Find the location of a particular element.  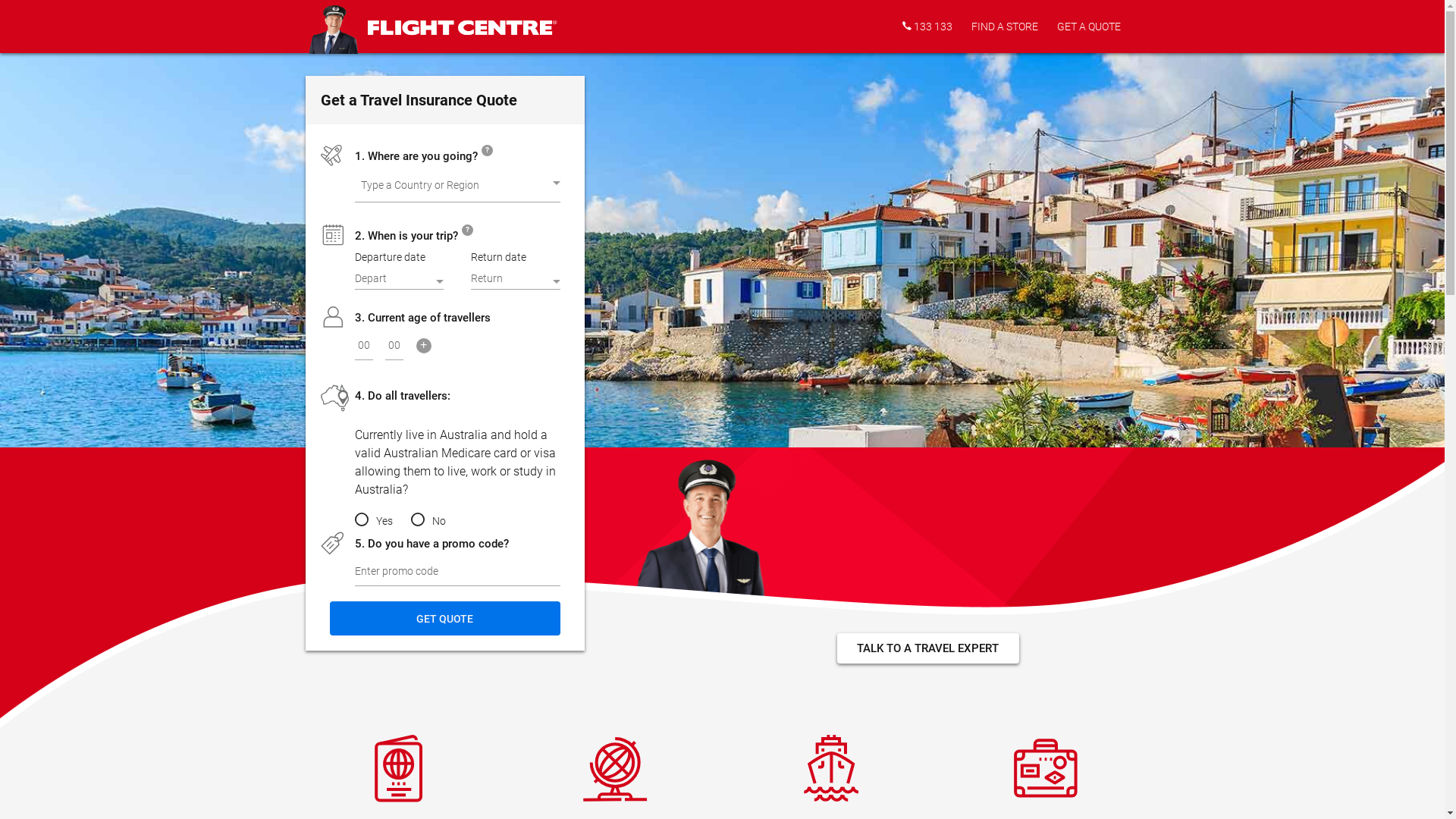

'?' is located at coordinates (487, 152).